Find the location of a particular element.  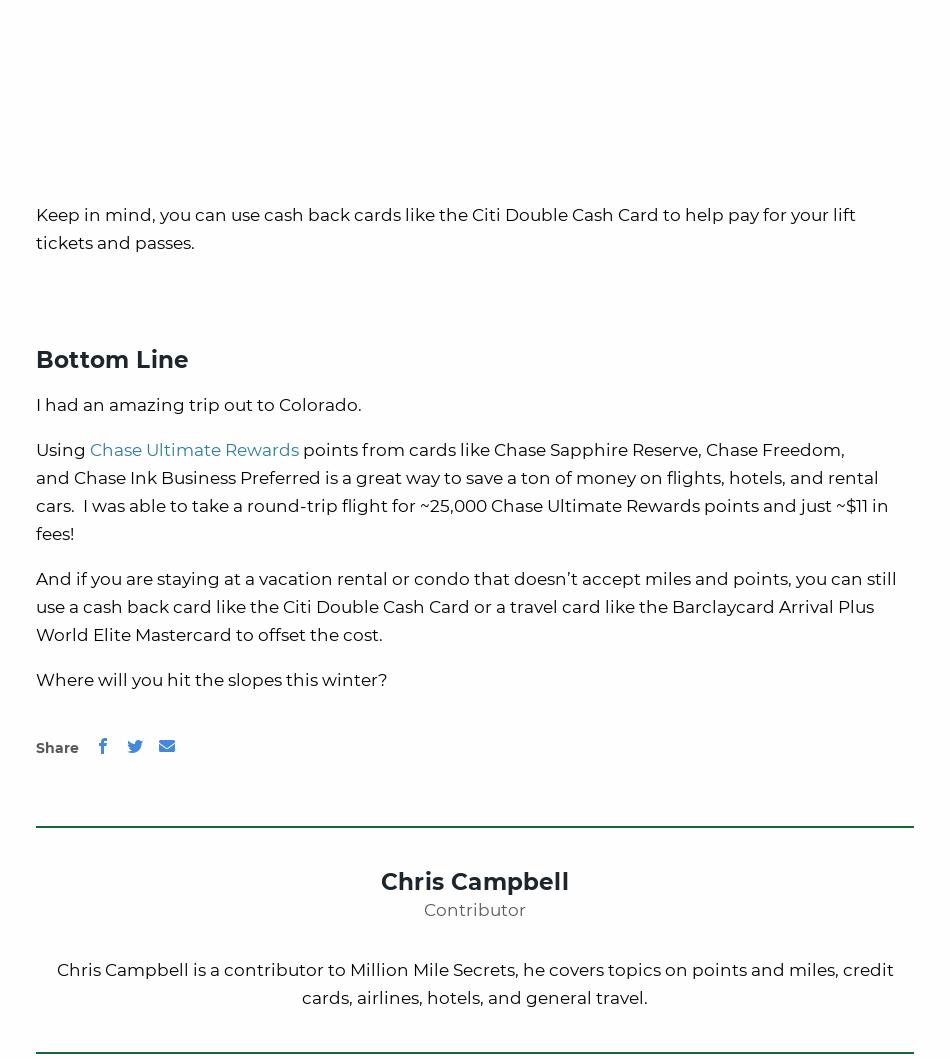

'Chris Campbell is a contributor to Million Mile Secrets, he covers topics on points and miles, credit cards, airlines, hotels, and general travel.' is located at coordinates (473, 981).